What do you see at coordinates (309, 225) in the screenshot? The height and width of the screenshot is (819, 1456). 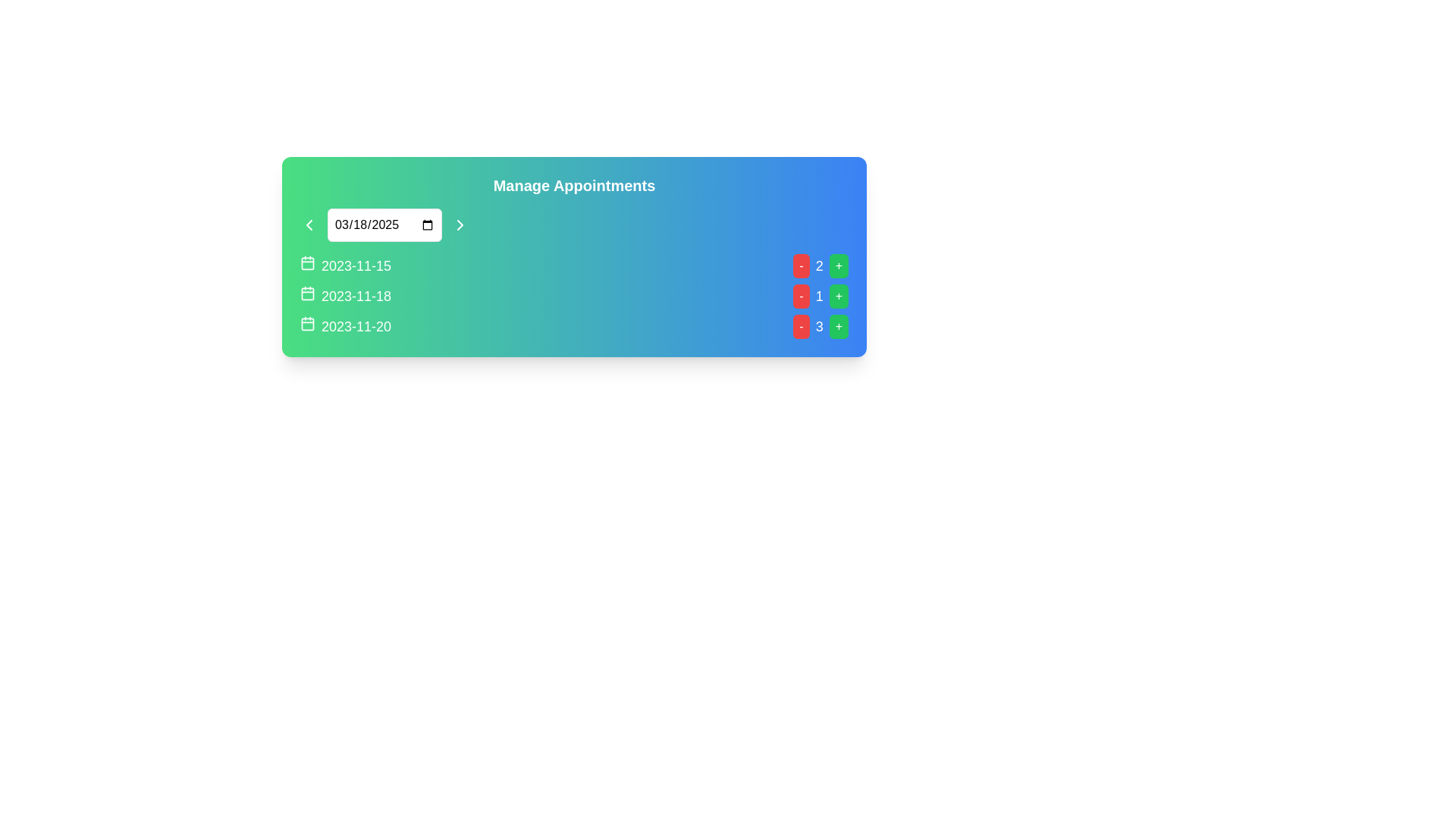 I see `the Chevron Arrow icon located in the top-left area of the panel` at bounding box center [309, 225].